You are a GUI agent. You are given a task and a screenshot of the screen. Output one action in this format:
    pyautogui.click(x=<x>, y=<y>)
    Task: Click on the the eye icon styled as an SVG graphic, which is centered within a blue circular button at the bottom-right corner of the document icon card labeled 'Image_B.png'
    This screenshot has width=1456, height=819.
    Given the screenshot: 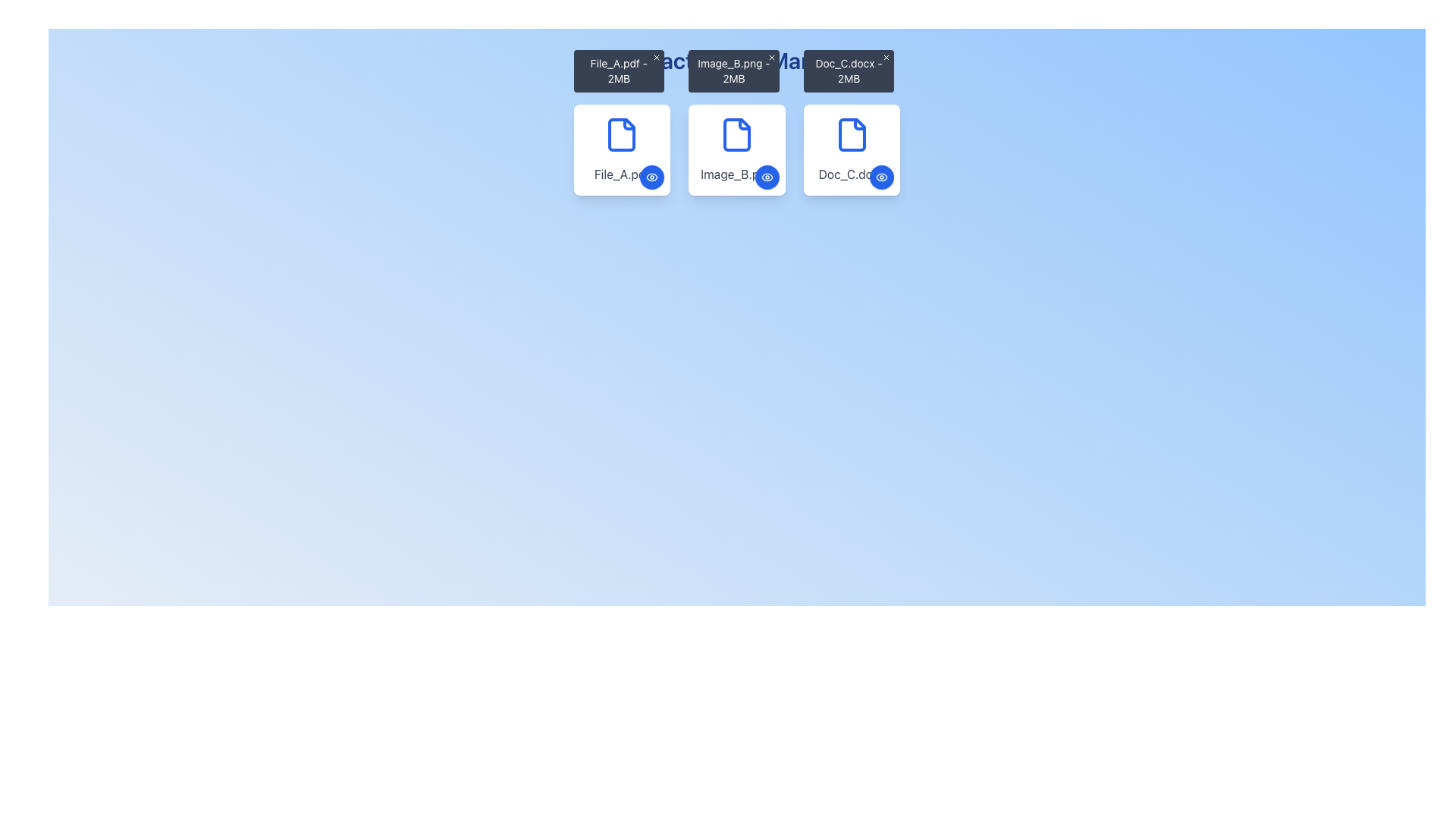 What is the action you would take?
    pyautogui.click(x=767, y=177)
    